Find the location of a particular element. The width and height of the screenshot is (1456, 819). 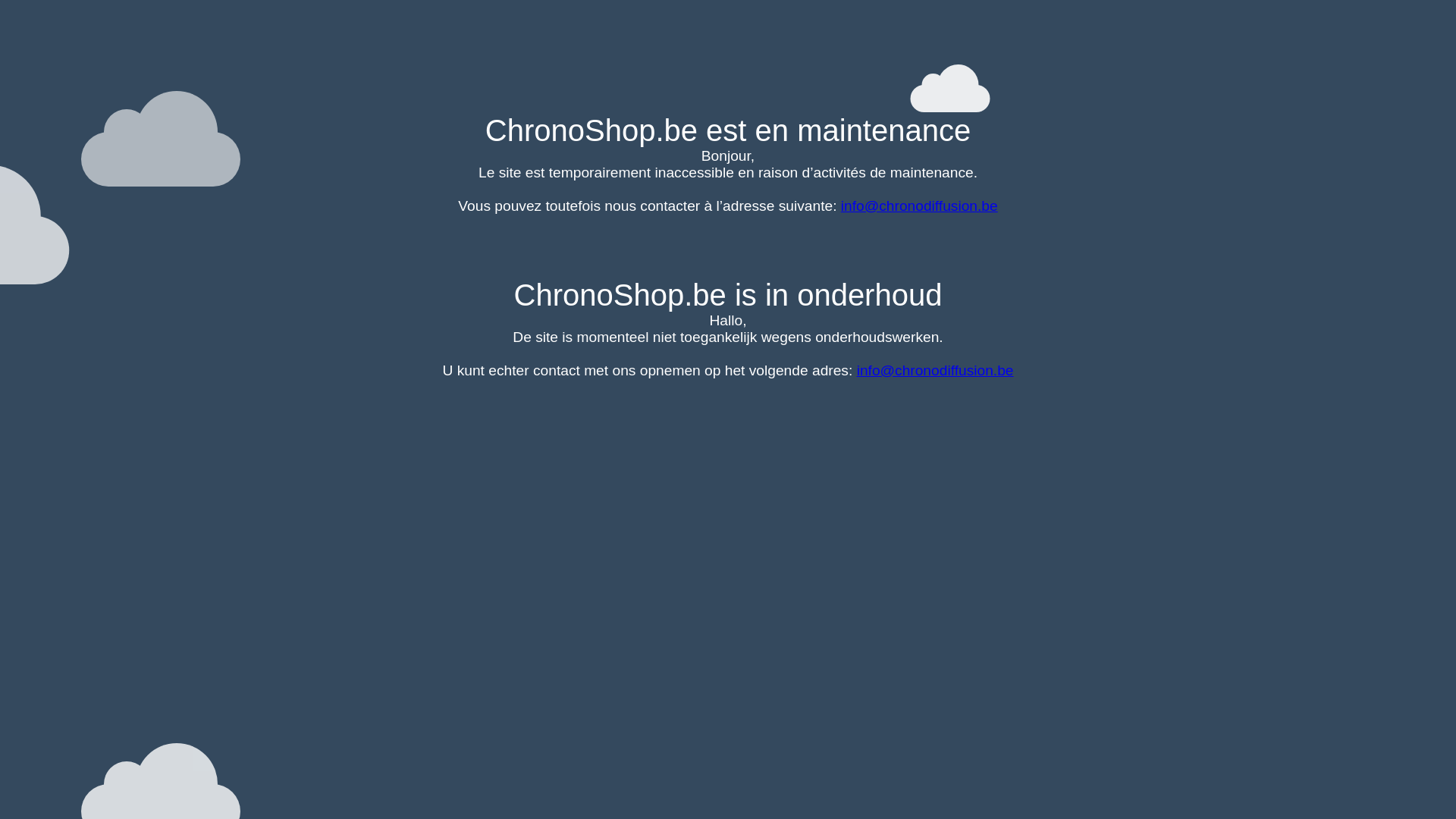

'info@chronodiffusion.be' is located at coordinates (918, 206).